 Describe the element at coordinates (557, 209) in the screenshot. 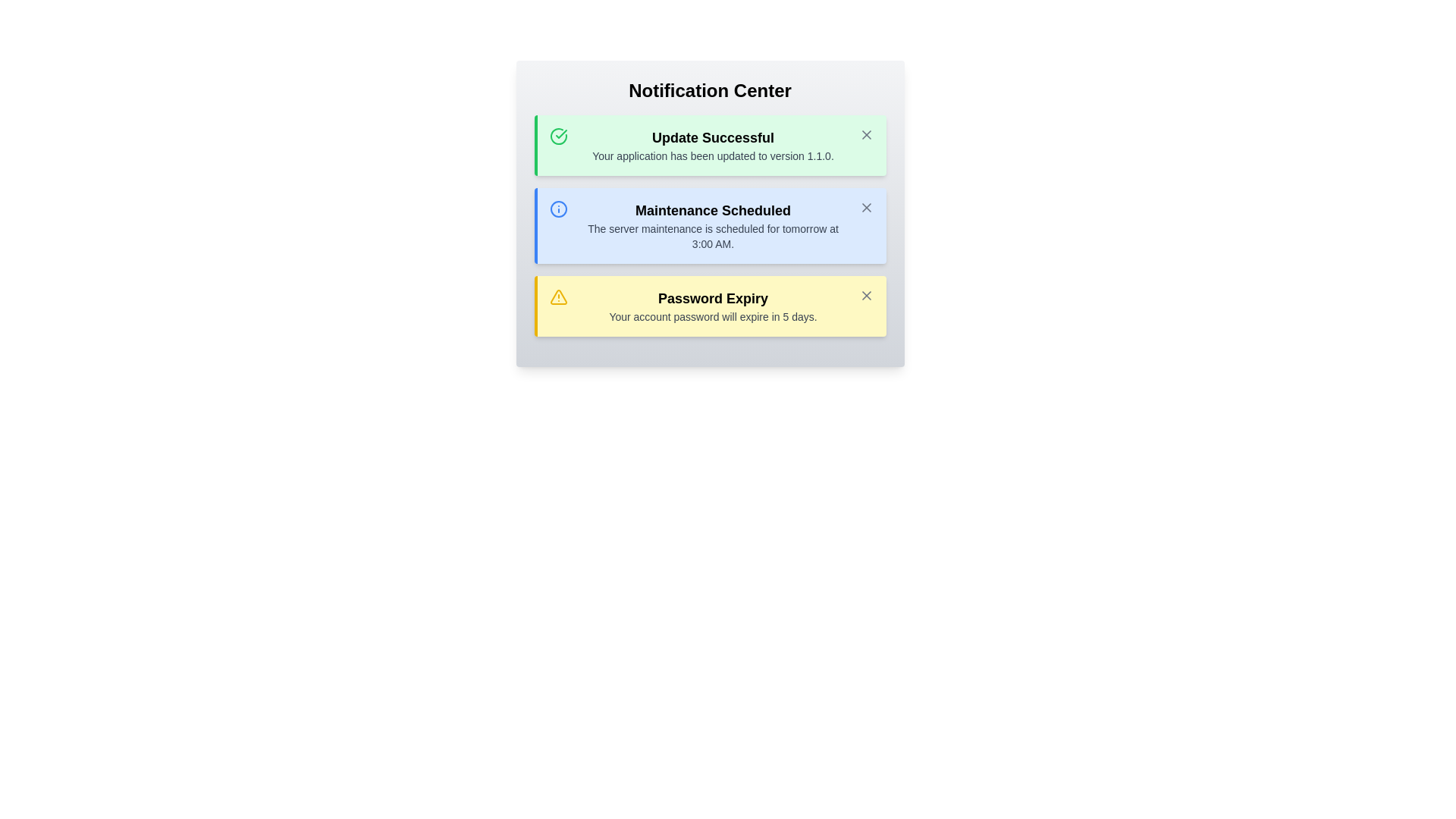

I see `the informational icon within the second notification card in the Notification Center` at that location.